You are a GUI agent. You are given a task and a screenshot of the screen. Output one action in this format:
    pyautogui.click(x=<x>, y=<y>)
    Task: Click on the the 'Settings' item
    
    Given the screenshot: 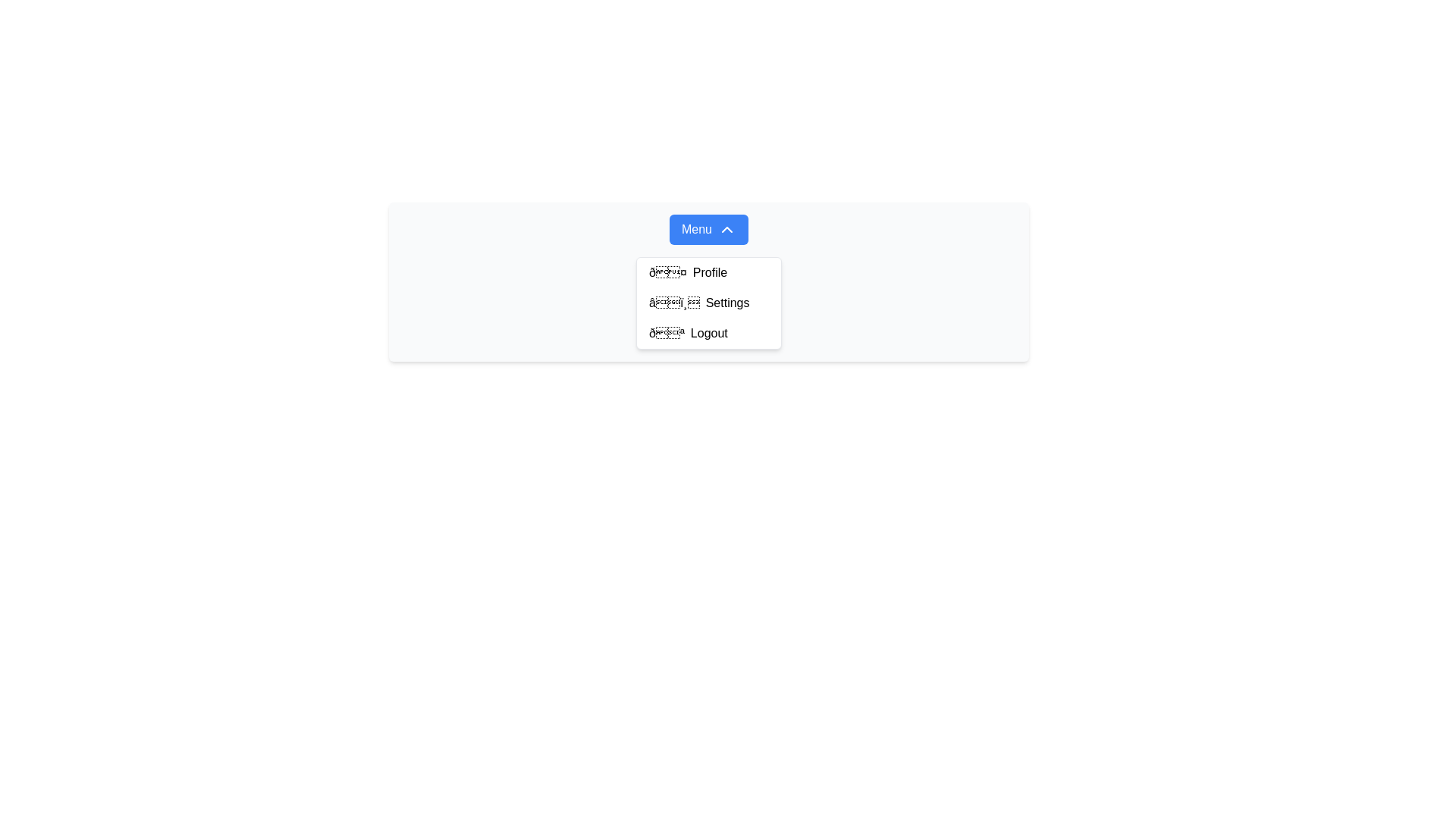 What is the action you would take?
    pyautogui.click(x=708, y=281)
    